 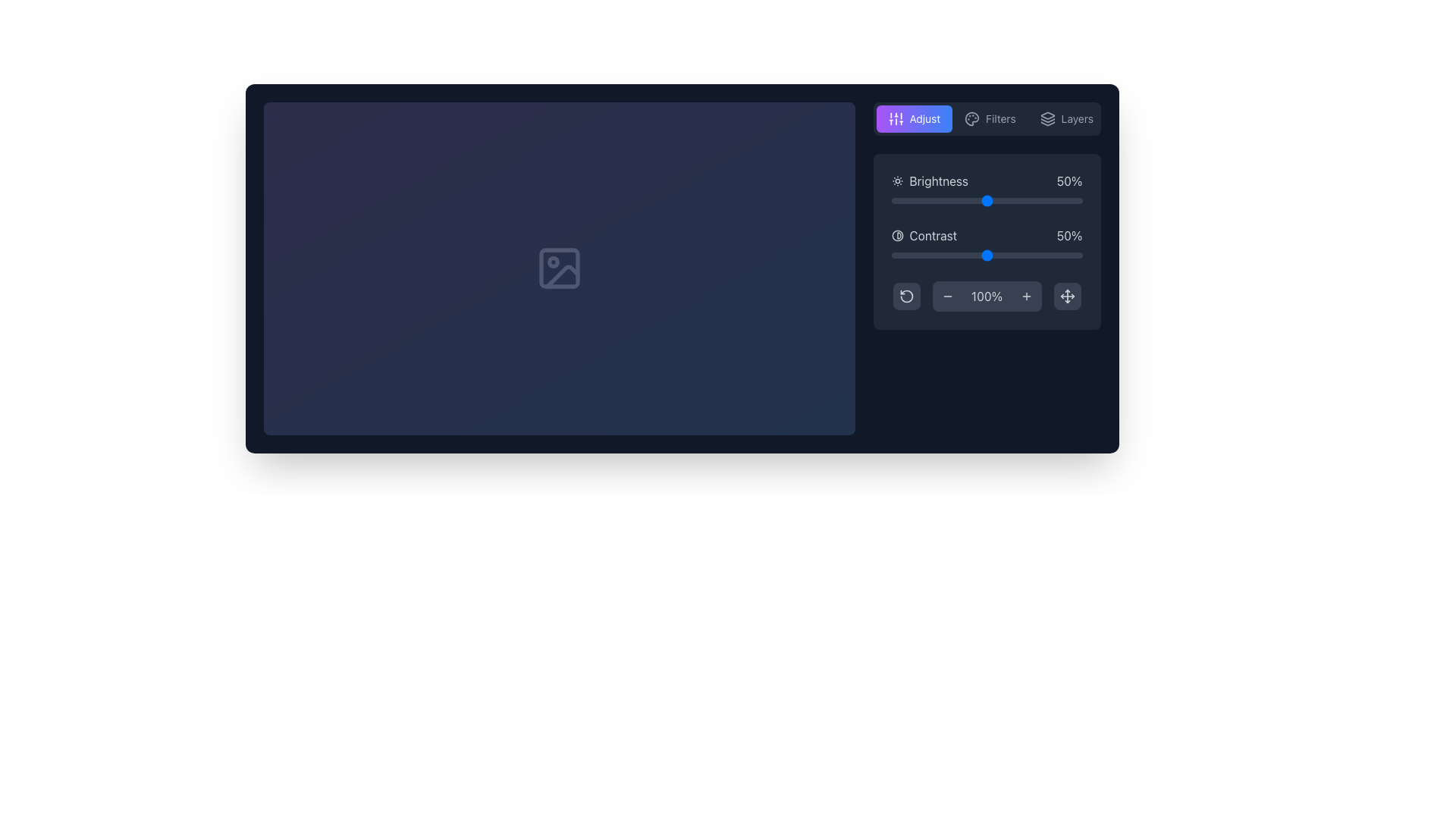 What do you see at coordinates (1068, 236) in the screenshot?
I see `the static text label displaying '50%' in white on a dark background, located to the right of the horizontal contrast slider within the settings panel` at bounding box center [1068, 236].